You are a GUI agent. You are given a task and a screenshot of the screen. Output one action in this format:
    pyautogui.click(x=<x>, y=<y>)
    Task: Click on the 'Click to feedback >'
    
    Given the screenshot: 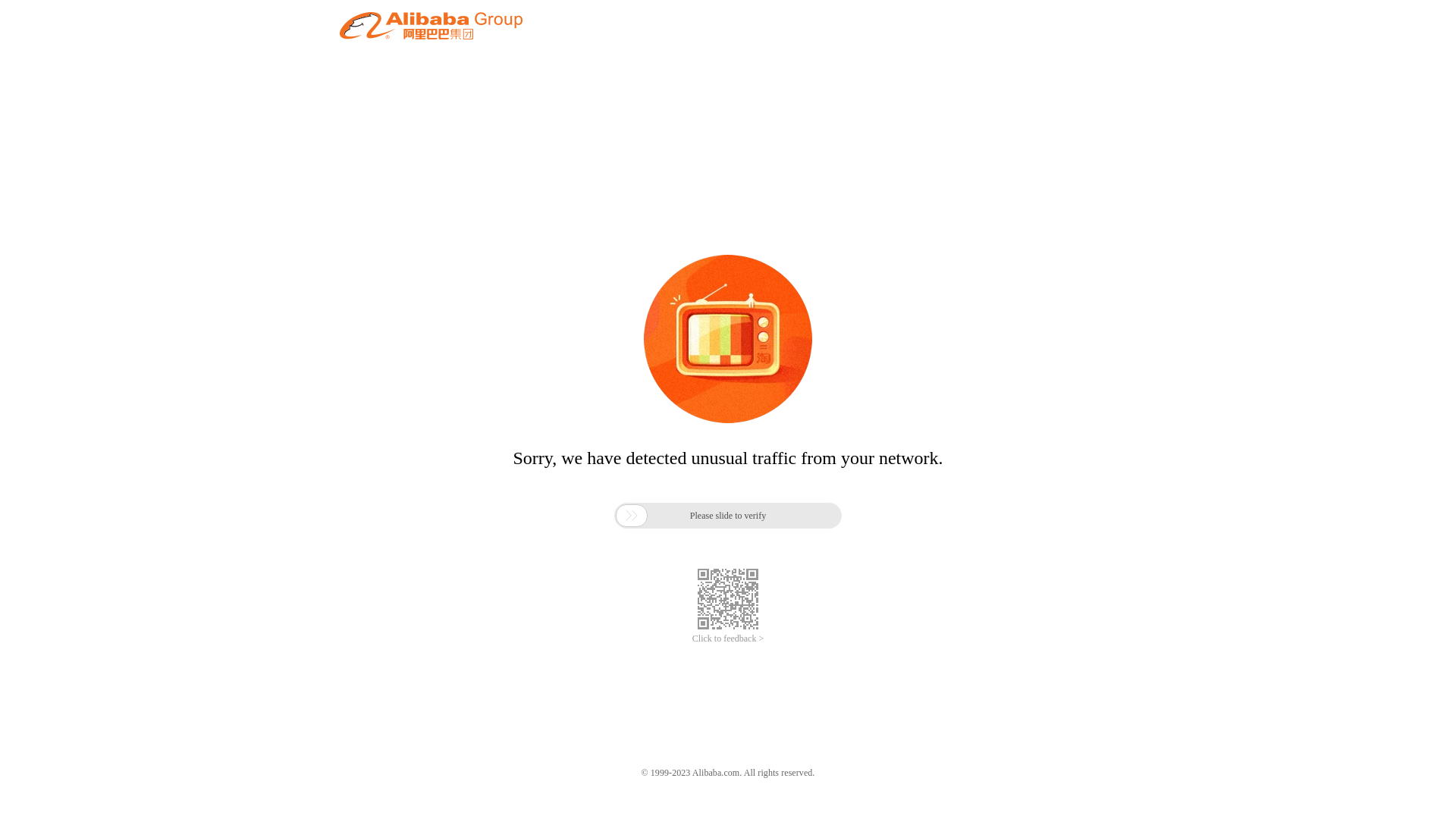 What is the action you would take?
    pyautogui.click(x=728, y=639)
    